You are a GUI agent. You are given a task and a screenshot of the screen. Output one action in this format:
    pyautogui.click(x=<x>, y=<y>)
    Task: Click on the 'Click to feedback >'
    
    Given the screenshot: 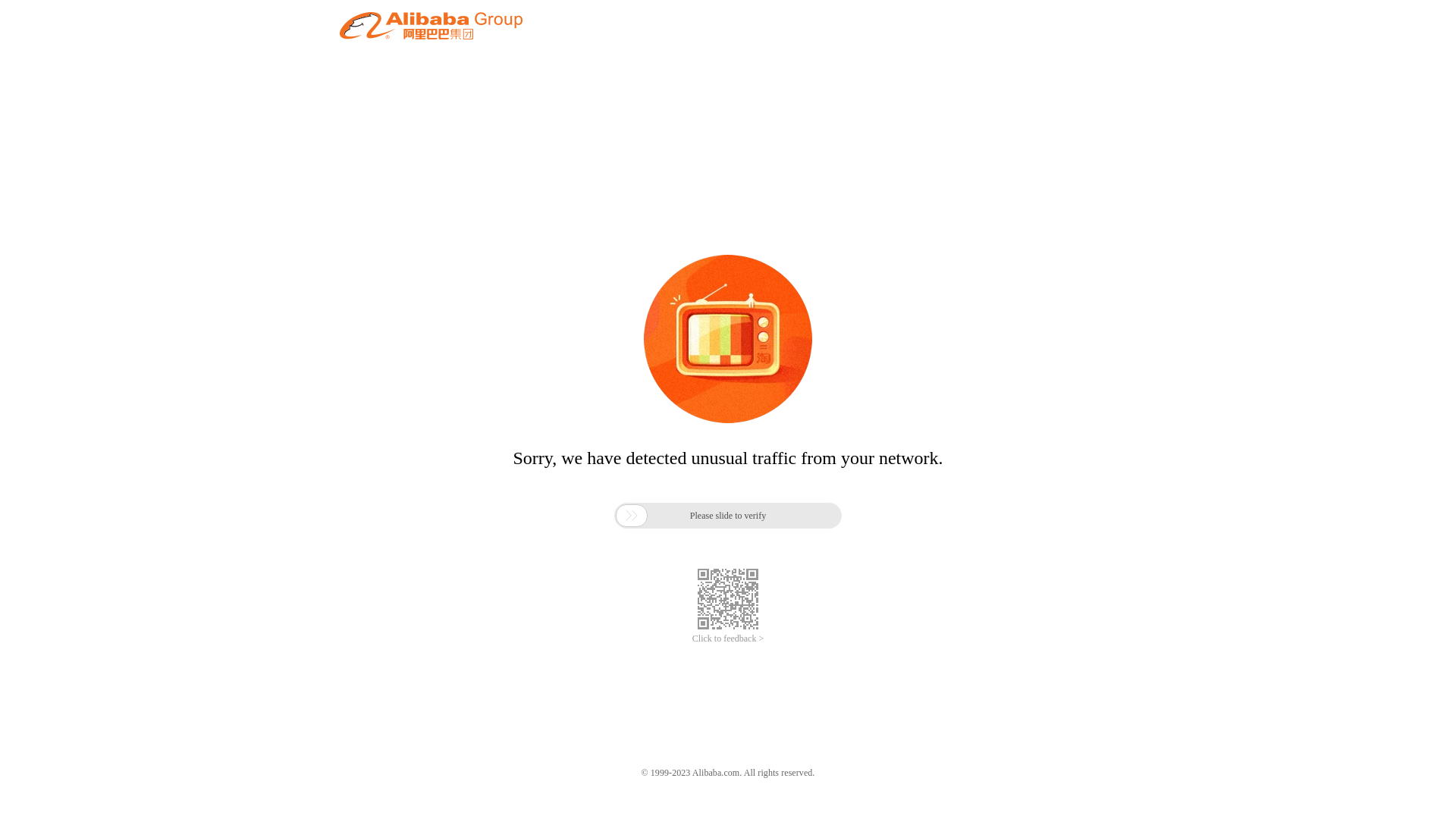 What is the action you would take?
    pyautogui.click(x=728, y=639)
    